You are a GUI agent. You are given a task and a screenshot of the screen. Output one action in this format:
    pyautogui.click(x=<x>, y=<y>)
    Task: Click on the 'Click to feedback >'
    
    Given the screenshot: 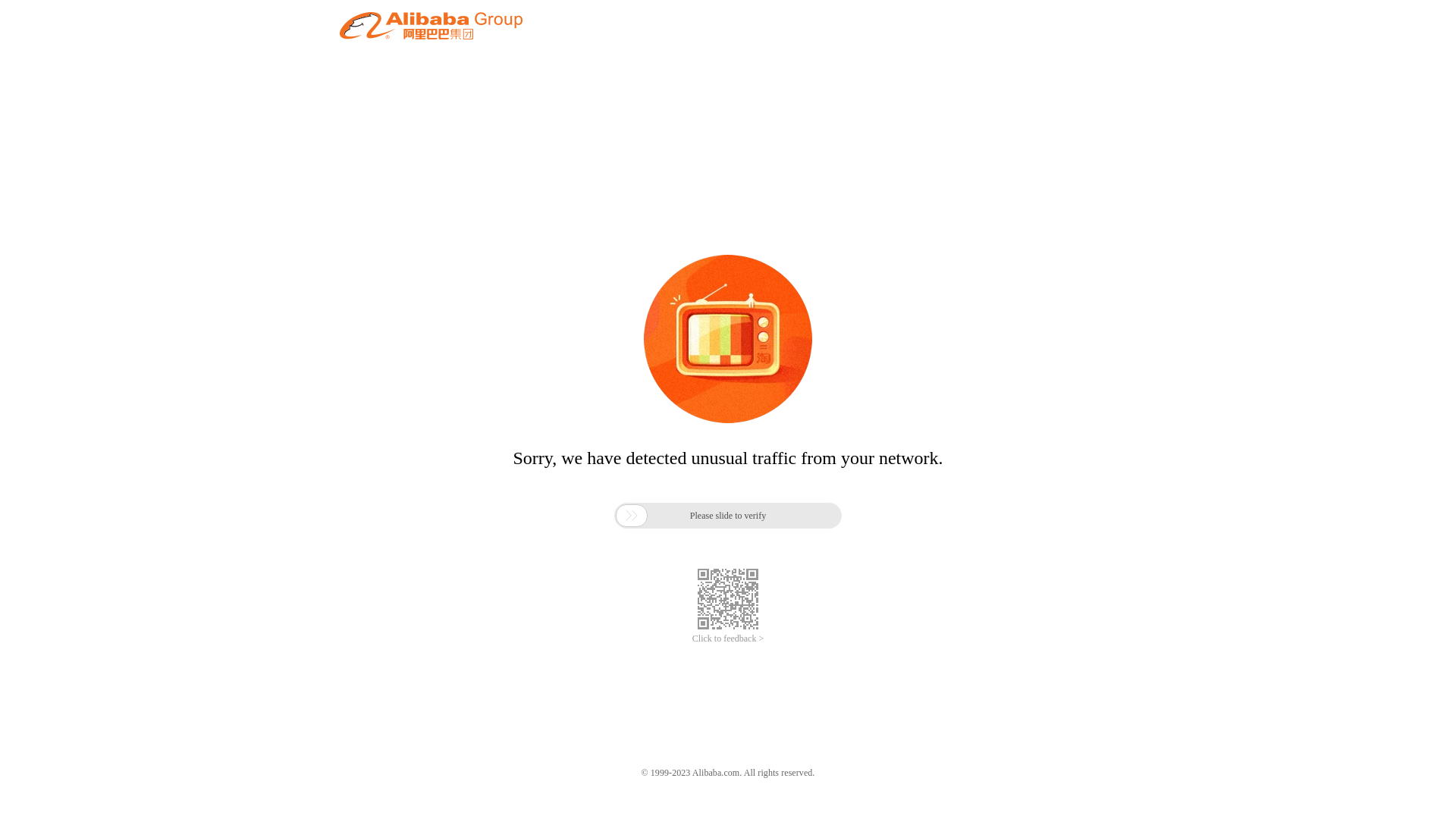 What is the action you would take?
    pyautogui.click(x=728, y=639)
    